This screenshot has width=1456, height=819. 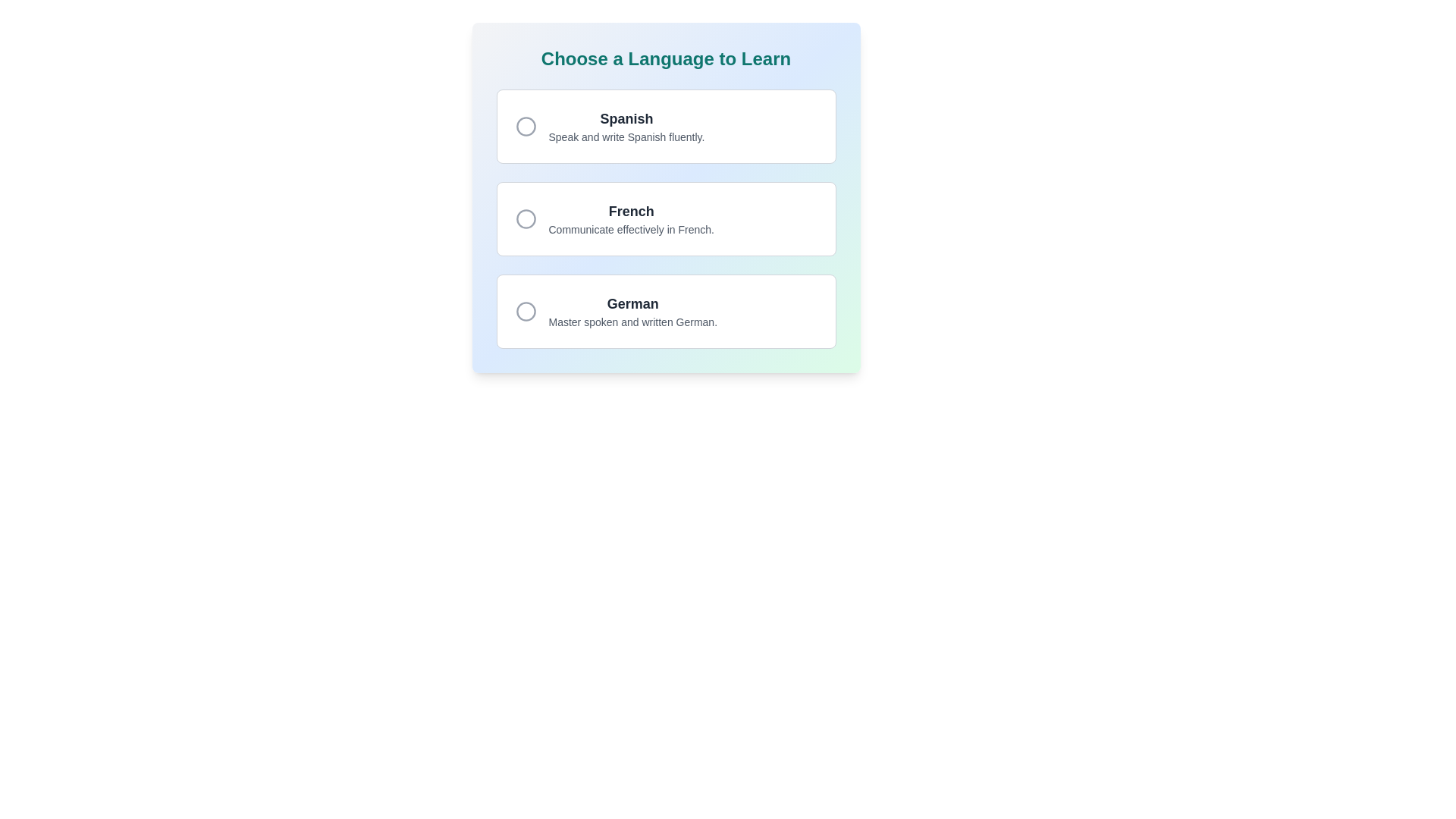 What do you see at coordinates (666, 125) in the screenshot?
I see `displayed text of the first Option card with a radio button labeled 'Spanish' in the language selection interface` at bounding box center [666, 125].